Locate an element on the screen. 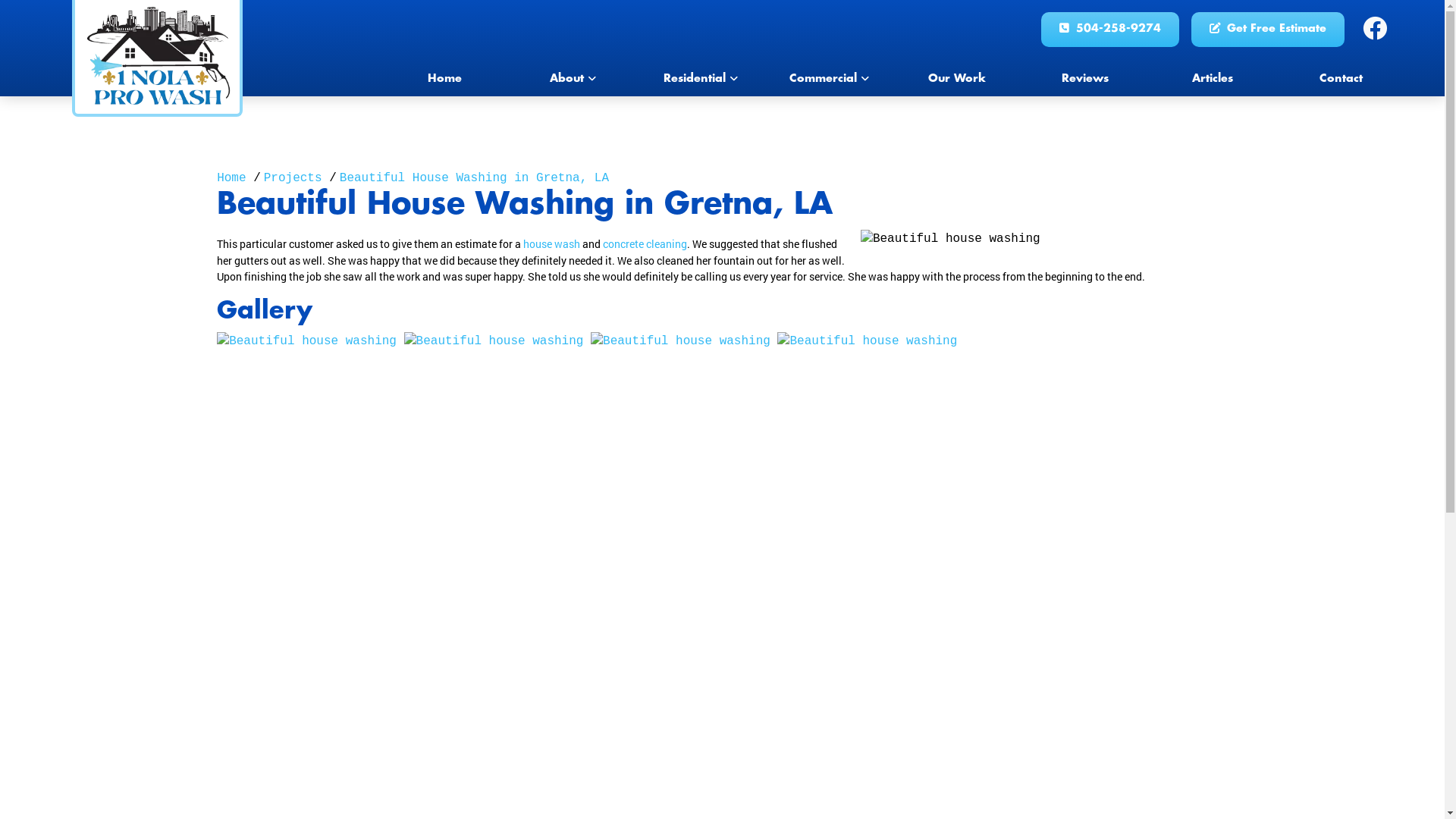 The image size is (1456, 819). 'Residential' is located at coordinates (700, 79).